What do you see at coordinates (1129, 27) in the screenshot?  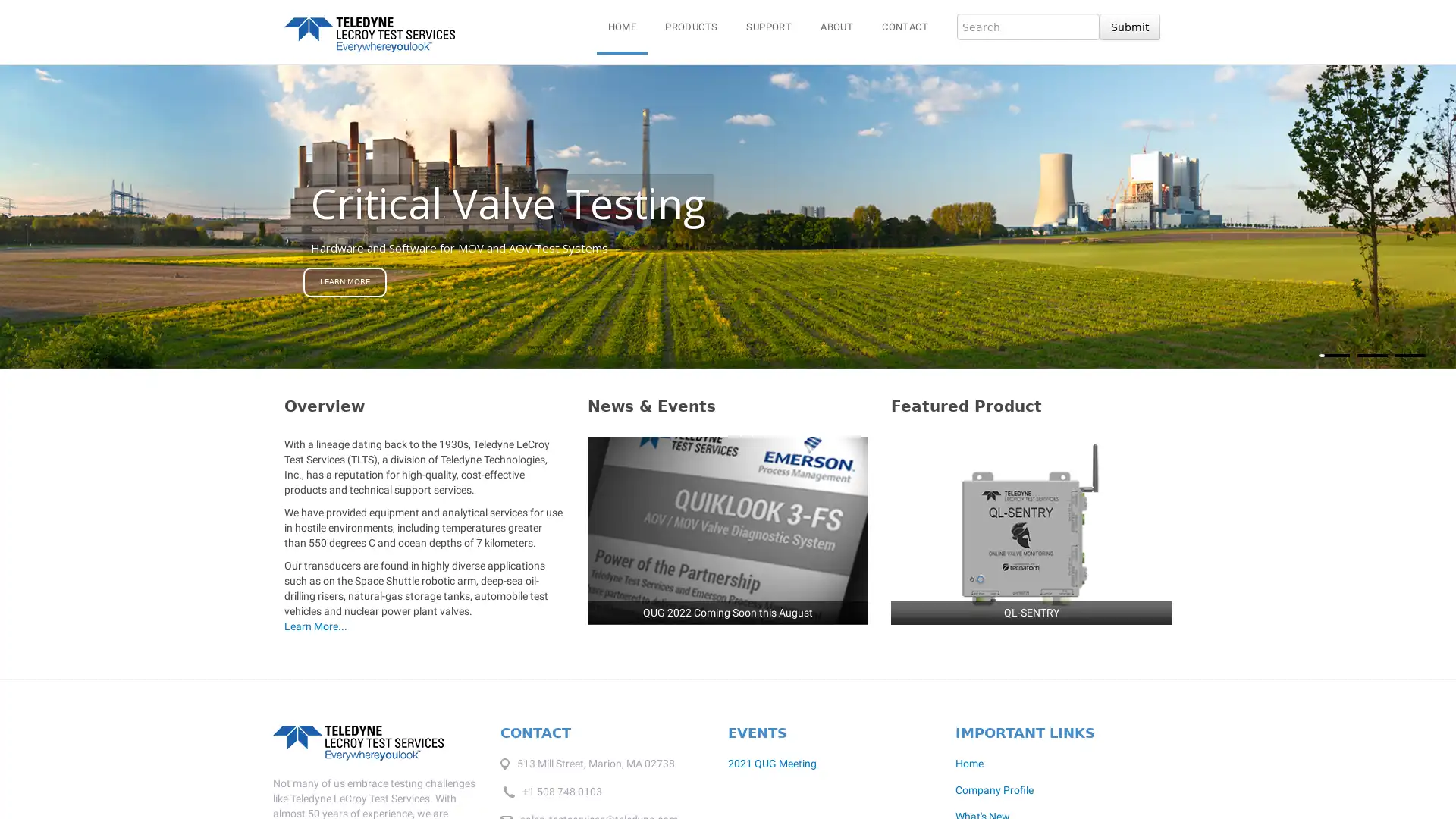 I see `Submit` at bounding box center [1129, 27].